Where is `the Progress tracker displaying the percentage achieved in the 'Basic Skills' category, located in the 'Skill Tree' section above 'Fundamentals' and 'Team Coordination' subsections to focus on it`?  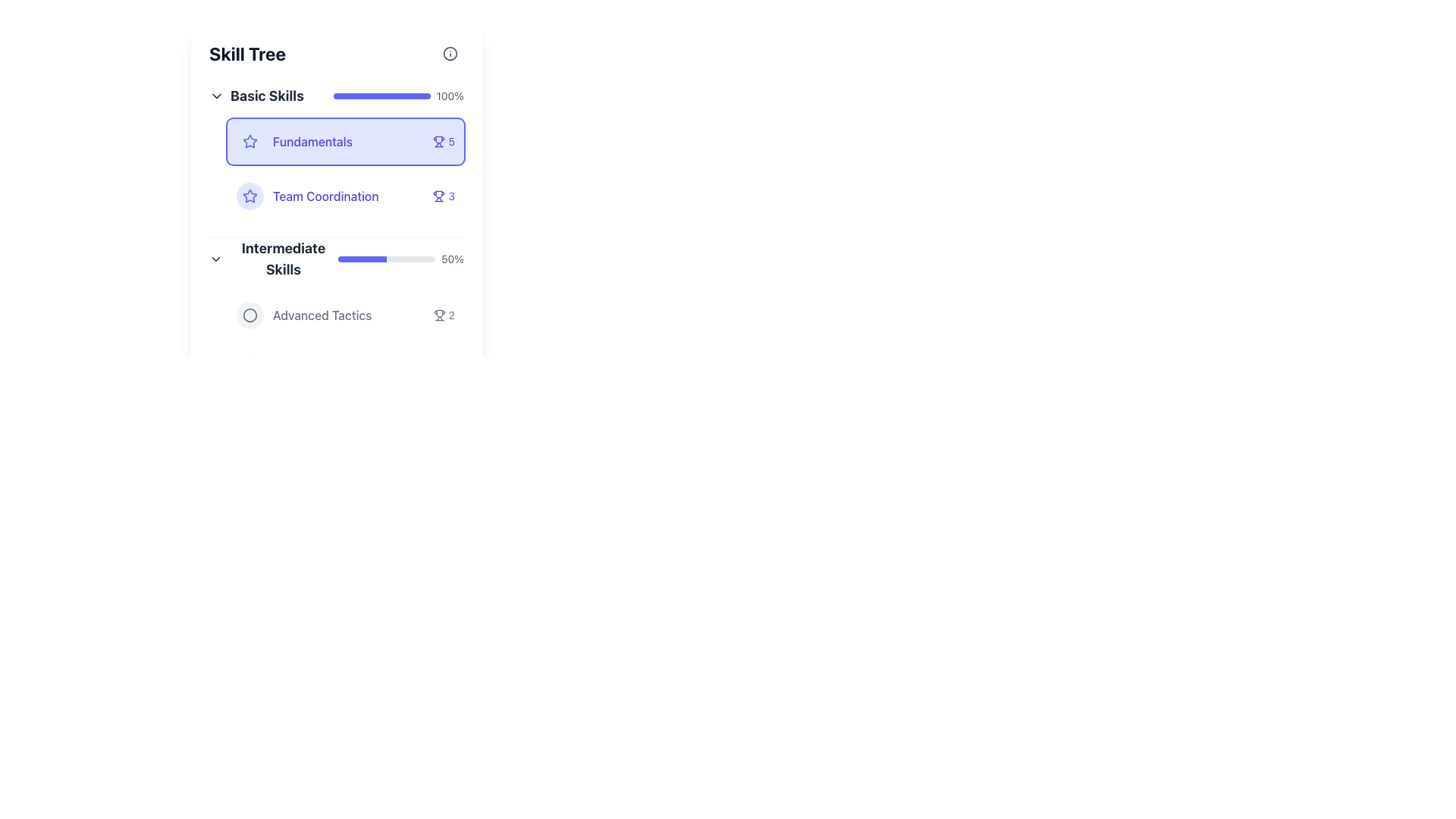 the Progress tracker displaying the percentage achieved in the 'Basic Skills' category, located in the 'Skill Tree' section above 'Fundamentals' and 'Team Coordination' subsections to focus on it is located at coordinates (336, 96).